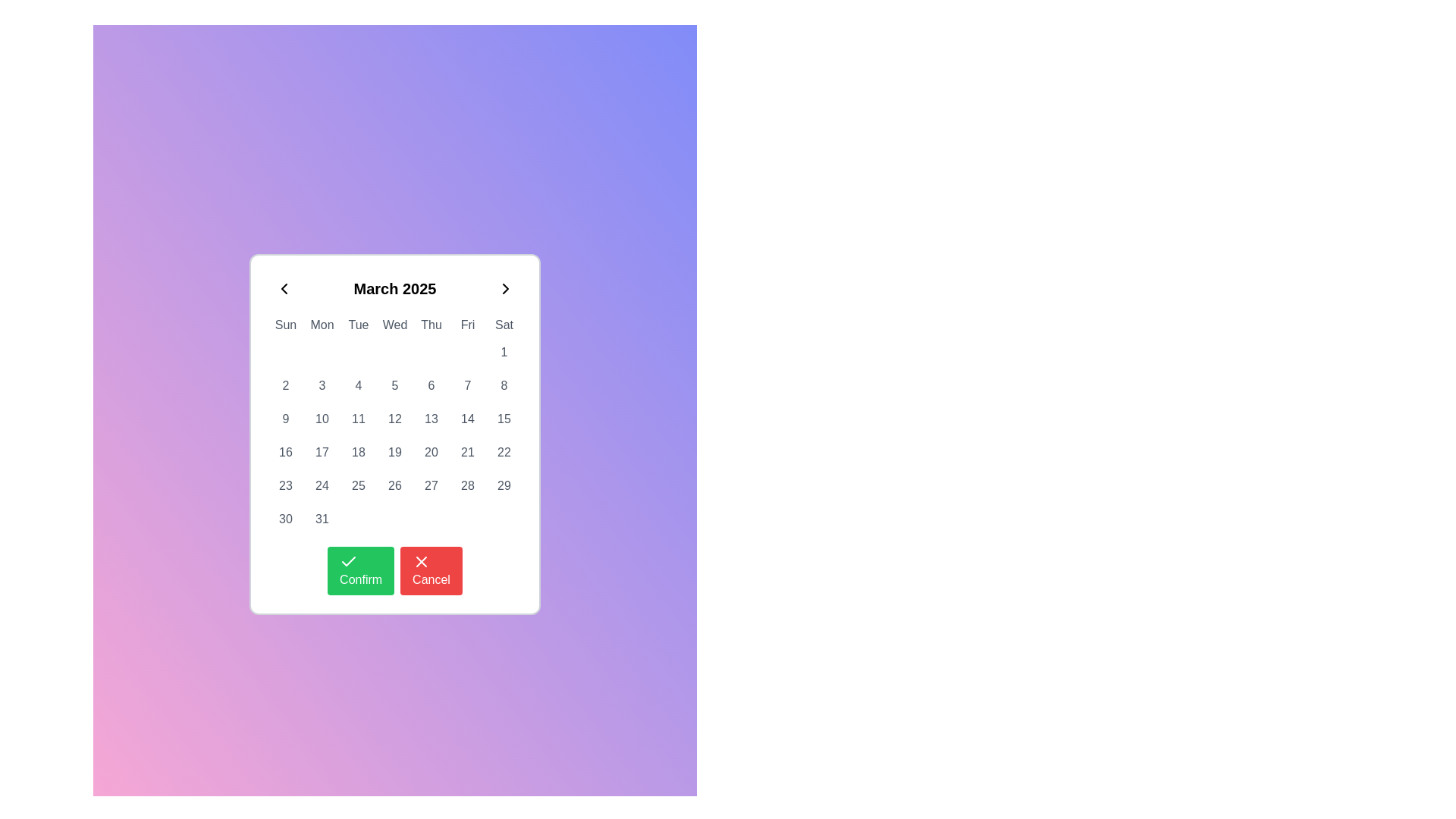 This screenshot has width=1456, height=819. Describe the element at coordinates (322, 385) in the screenshot. I see `the clickable calendar date indicator displaying the number '3' located in the second row and third column of the calendar grid` at that location.